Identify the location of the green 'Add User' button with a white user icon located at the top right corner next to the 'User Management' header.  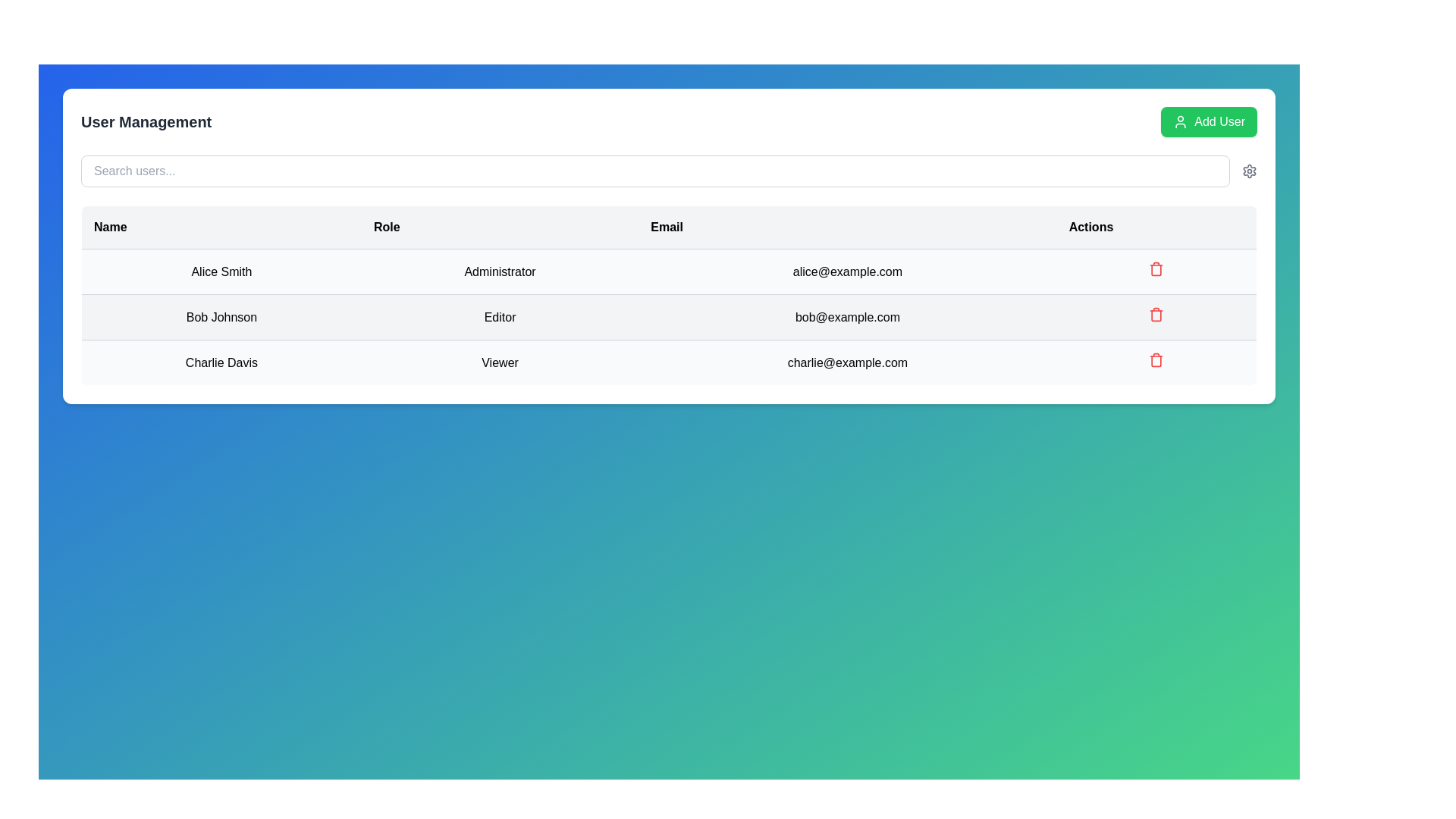
(1208, 121).